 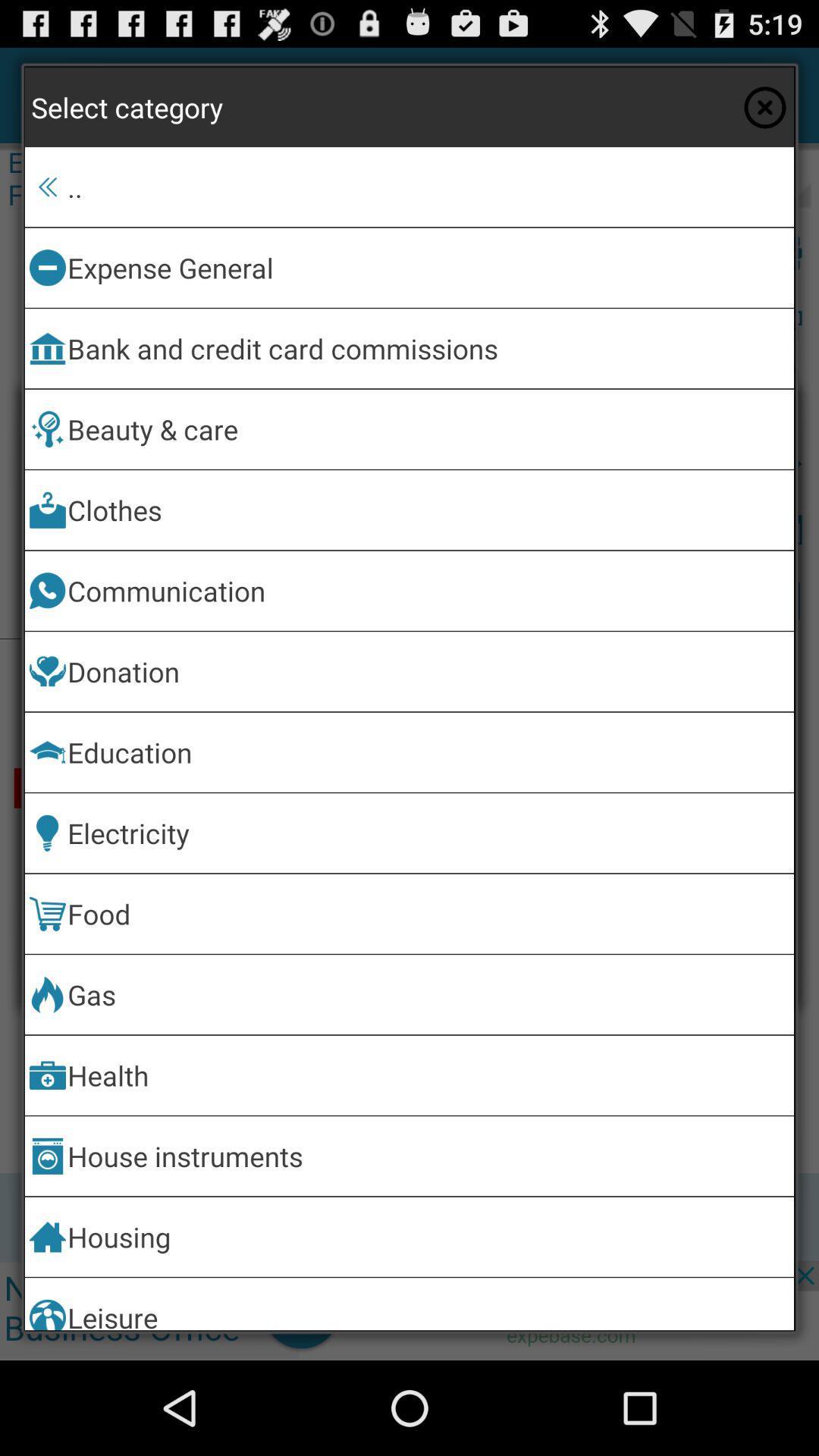 What do you see at coordinates (428, 1155) in the screenshot?
I see `the item above the housing item` at bounding box center [428, 1155].